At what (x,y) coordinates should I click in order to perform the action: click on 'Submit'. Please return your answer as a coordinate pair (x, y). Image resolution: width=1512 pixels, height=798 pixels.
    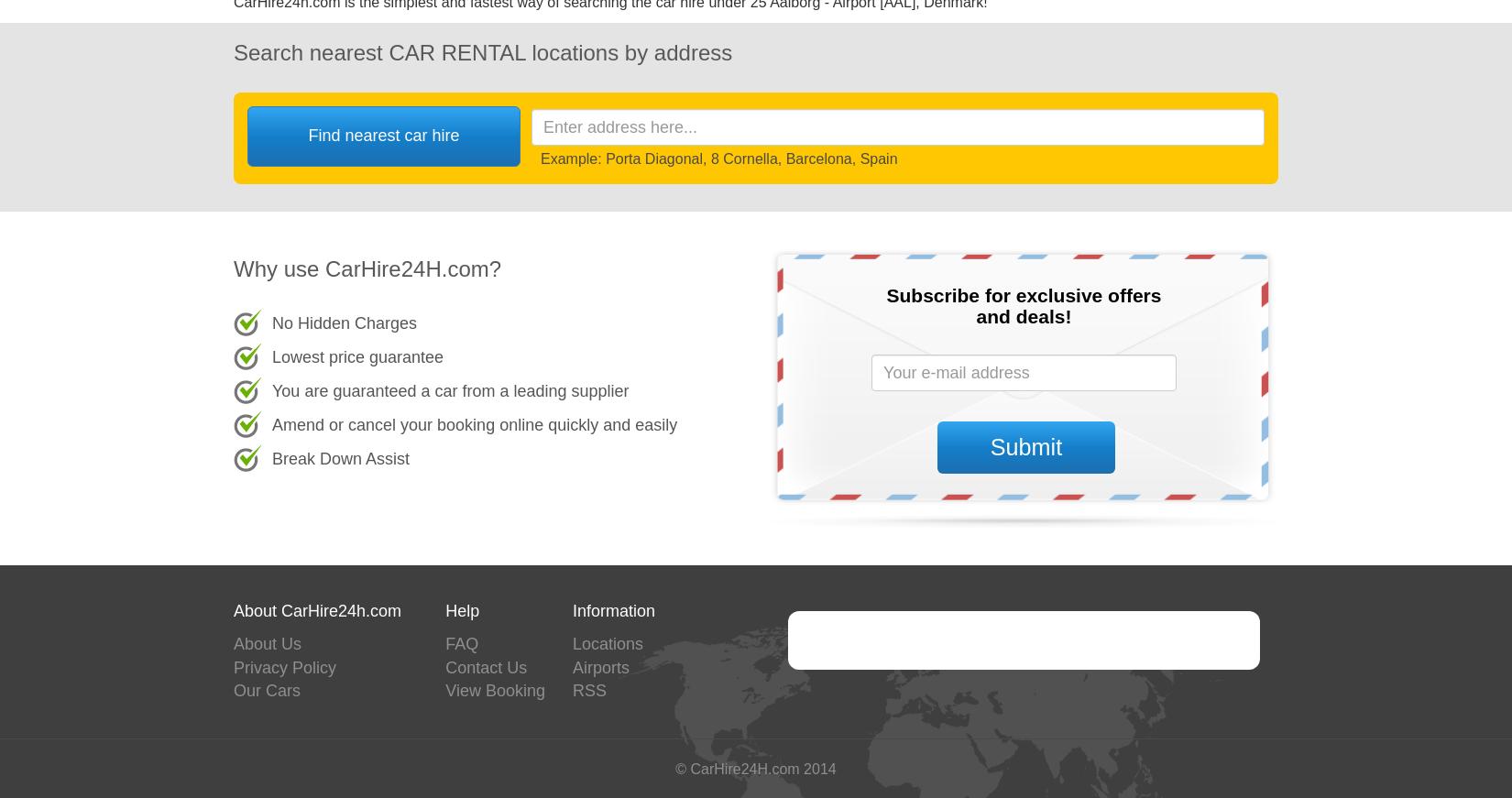
    Looking at the image, I should click on (989, 445).